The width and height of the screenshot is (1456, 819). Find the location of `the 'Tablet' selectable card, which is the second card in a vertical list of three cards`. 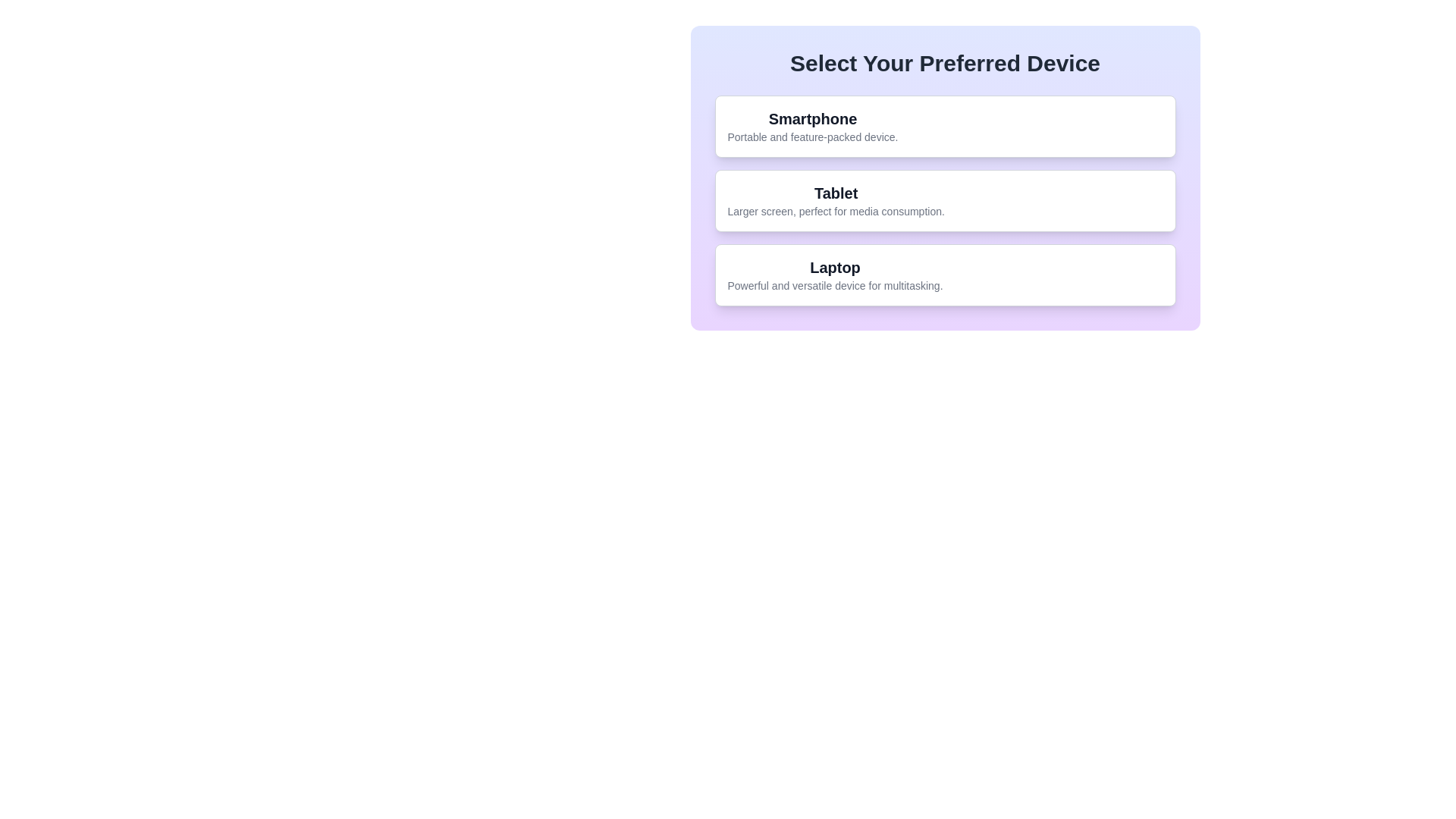

the 'Tablet' selectable card, which is the second card in a vertical list of three cards is located at coordinates (944, 200).